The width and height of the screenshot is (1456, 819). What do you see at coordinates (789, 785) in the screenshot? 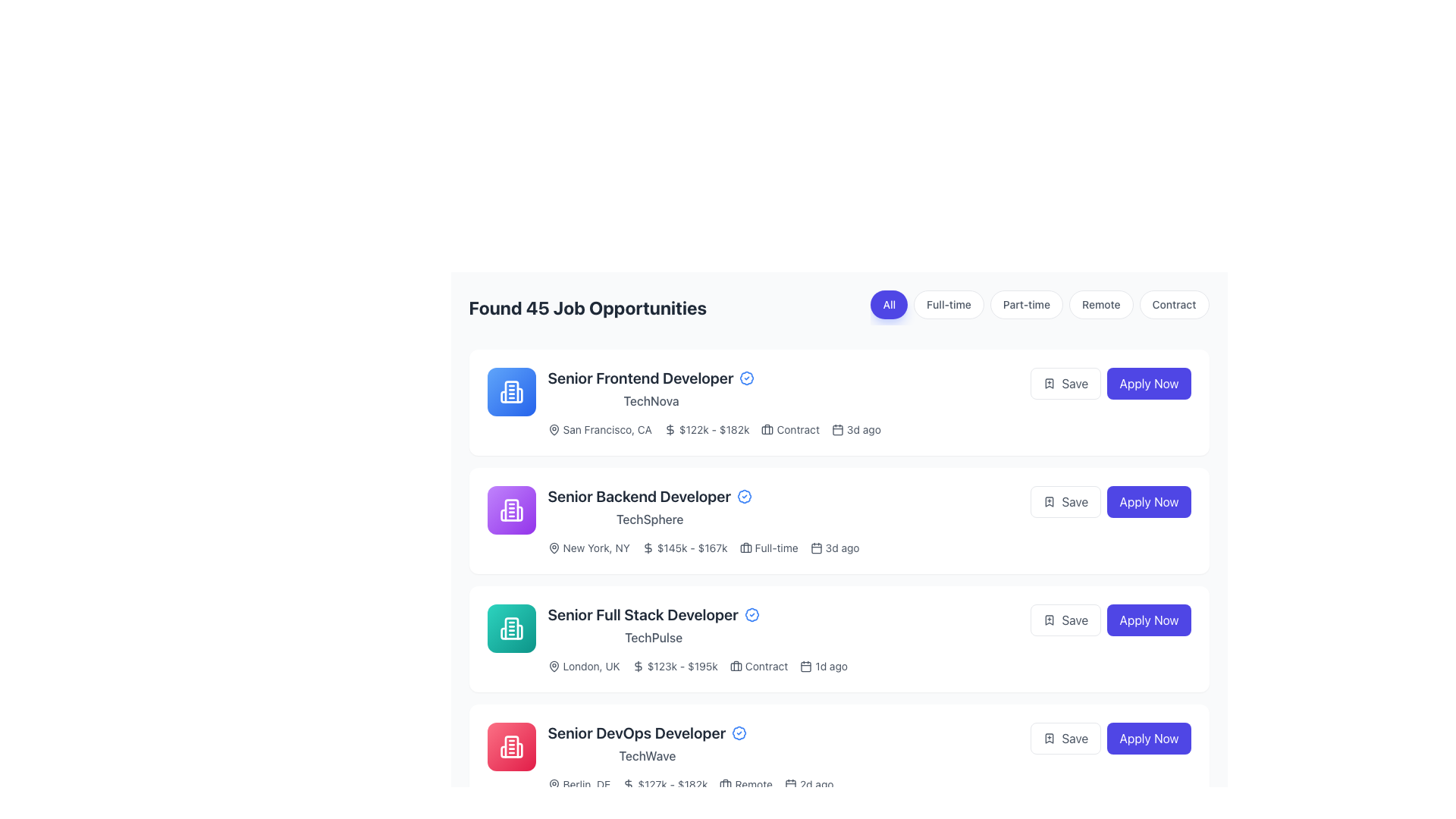
I see `the calendar icon that signifies job posting dates or deadlines, located within a job posting entry` at bounding box center [789, 785].